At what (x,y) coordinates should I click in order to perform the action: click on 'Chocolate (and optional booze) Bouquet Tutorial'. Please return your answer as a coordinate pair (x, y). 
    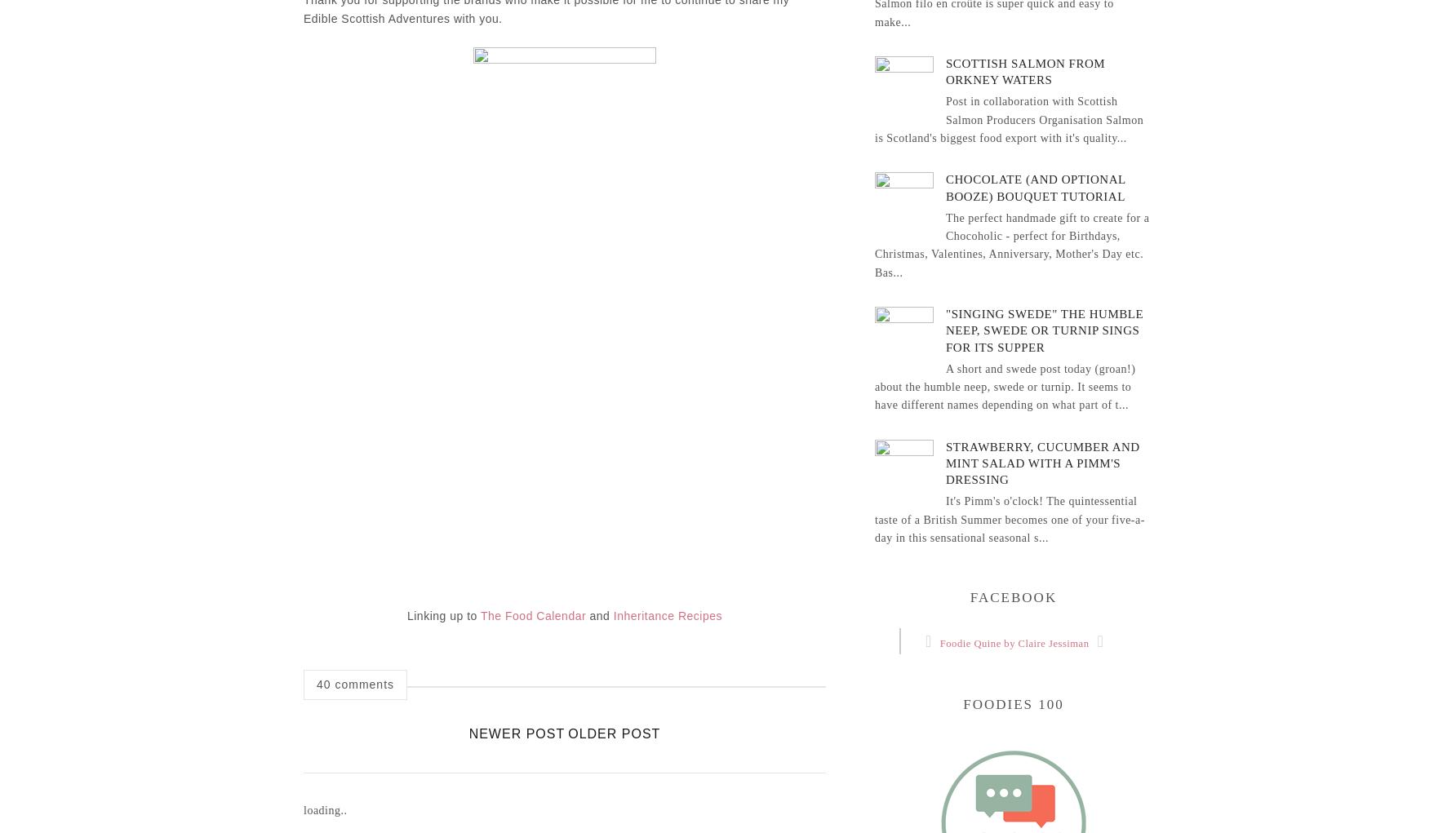
    Looking at the image, I should click on (1034, 188).